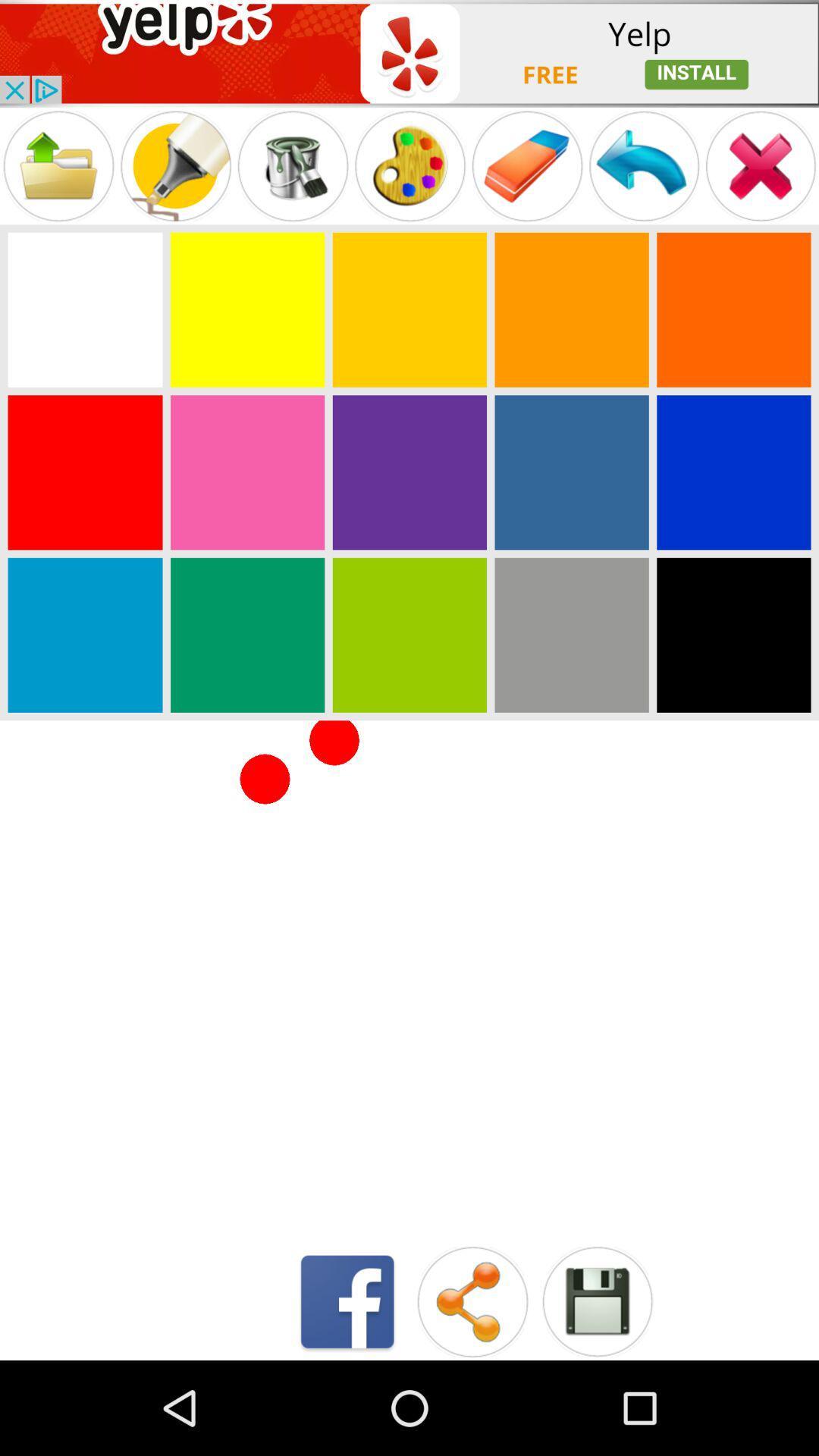 This screenshot has width=819, height=1456. I want to click on color, so click(246, 635).